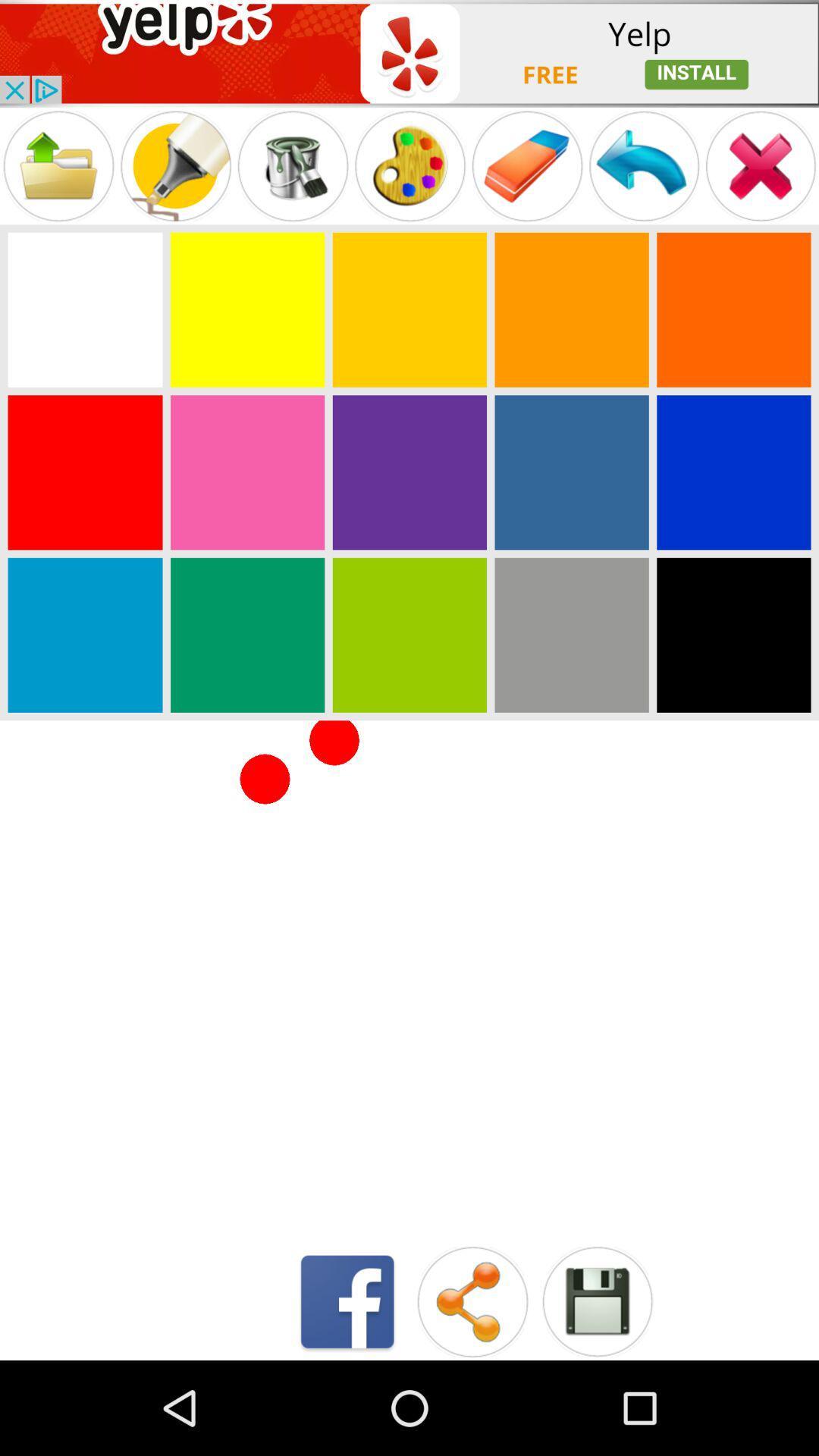 This screenshot has width=819, height=1456. I want to click on color, so click(246, 635).